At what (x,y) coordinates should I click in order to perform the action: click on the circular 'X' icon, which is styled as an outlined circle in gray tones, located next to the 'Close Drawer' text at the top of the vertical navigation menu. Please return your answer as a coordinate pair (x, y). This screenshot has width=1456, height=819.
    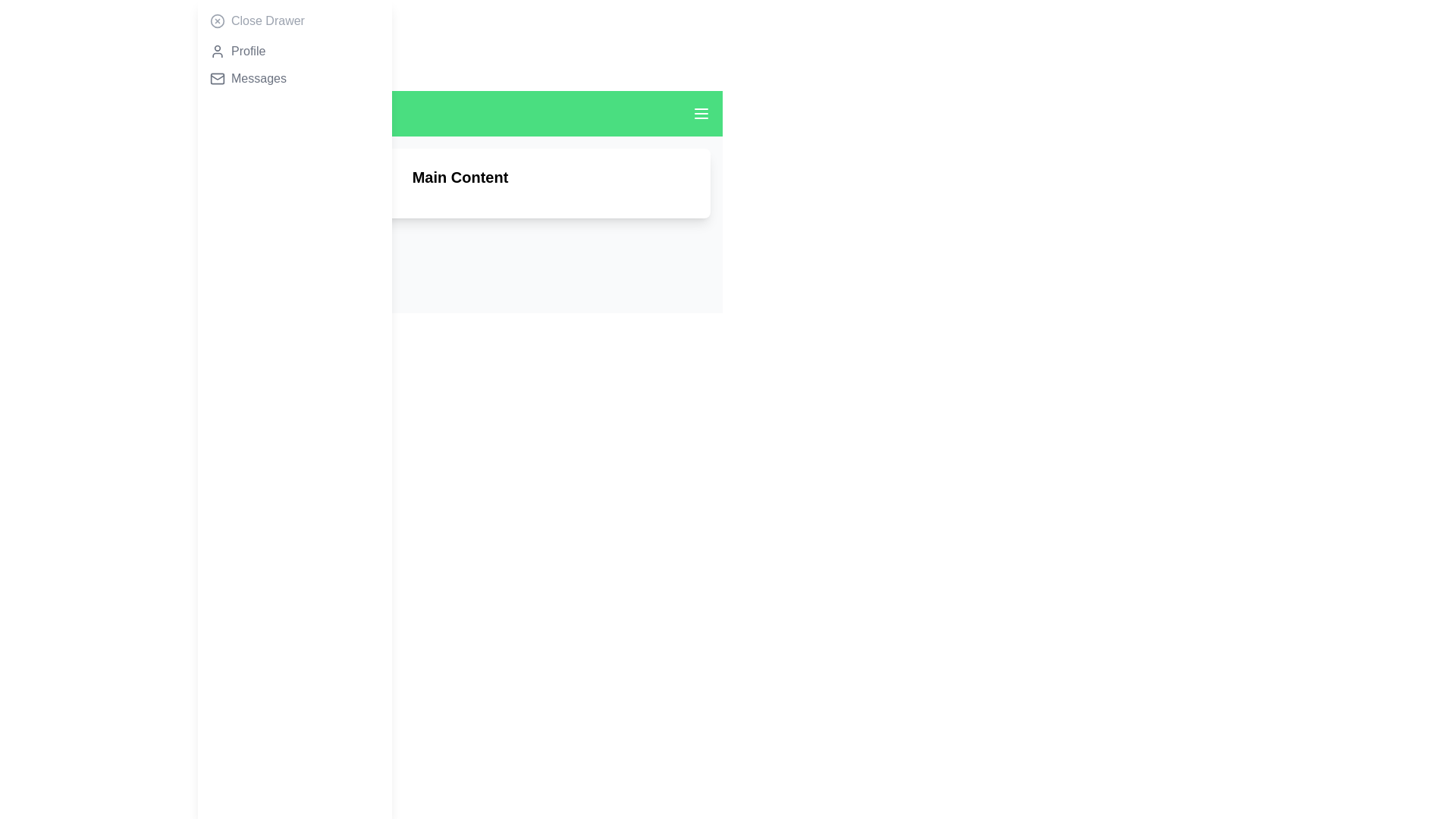
    Looking at the image, I should click on (217, 20).